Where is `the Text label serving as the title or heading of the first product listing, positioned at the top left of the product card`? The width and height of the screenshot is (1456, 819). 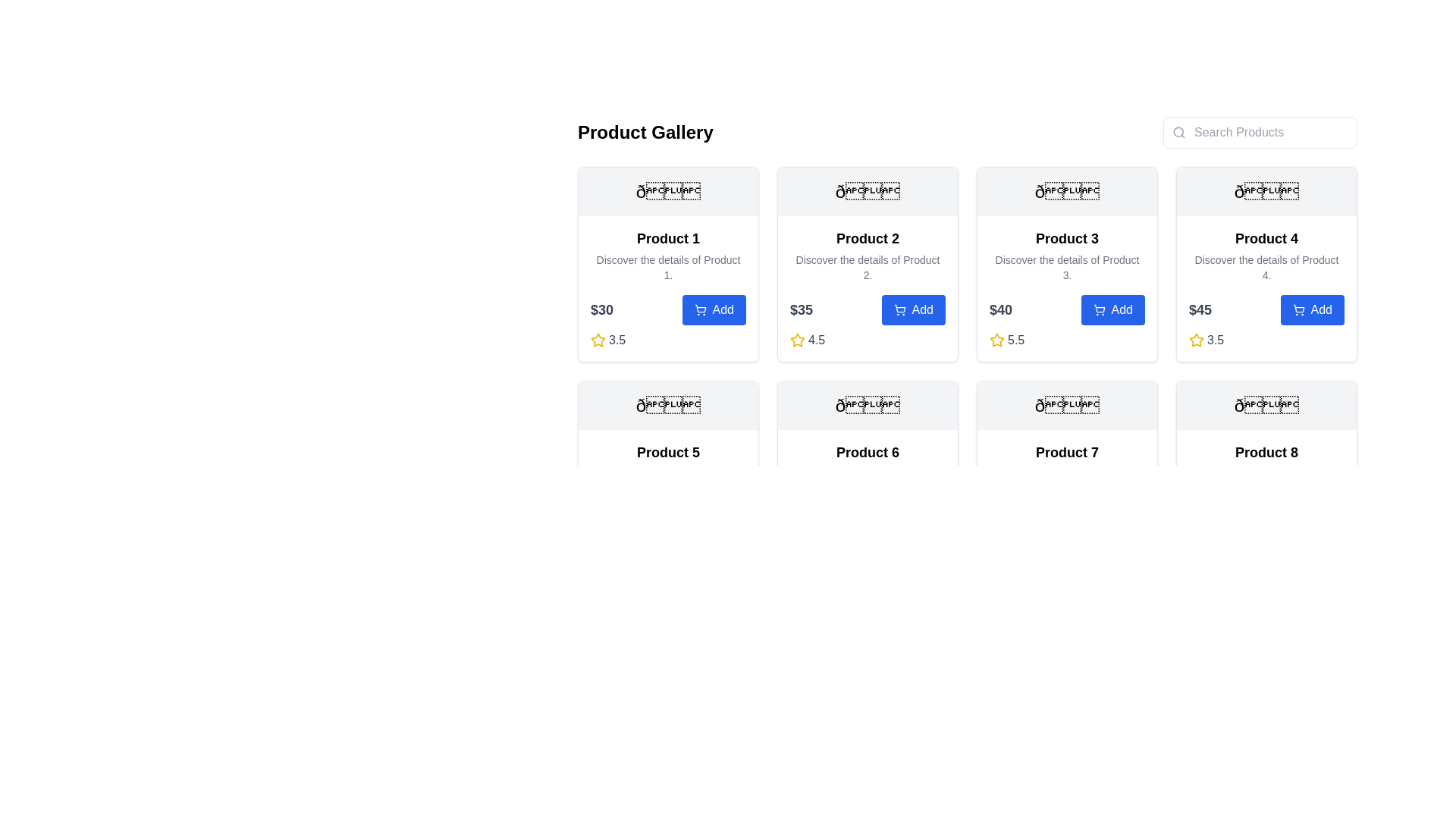
the Text label serving as the title or heading of the first product listing, positioned at the top left of the product card is located at coordinates (667, 239).